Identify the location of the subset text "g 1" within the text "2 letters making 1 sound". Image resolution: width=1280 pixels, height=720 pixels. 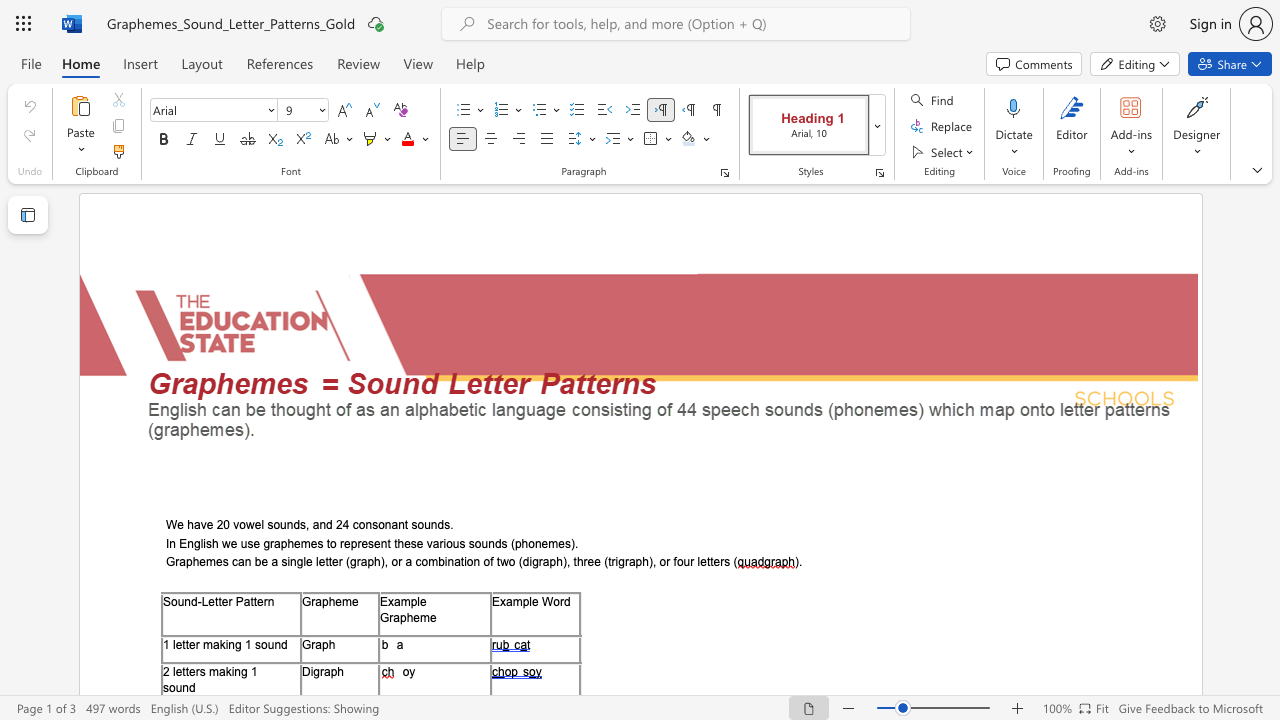
(240, 671).